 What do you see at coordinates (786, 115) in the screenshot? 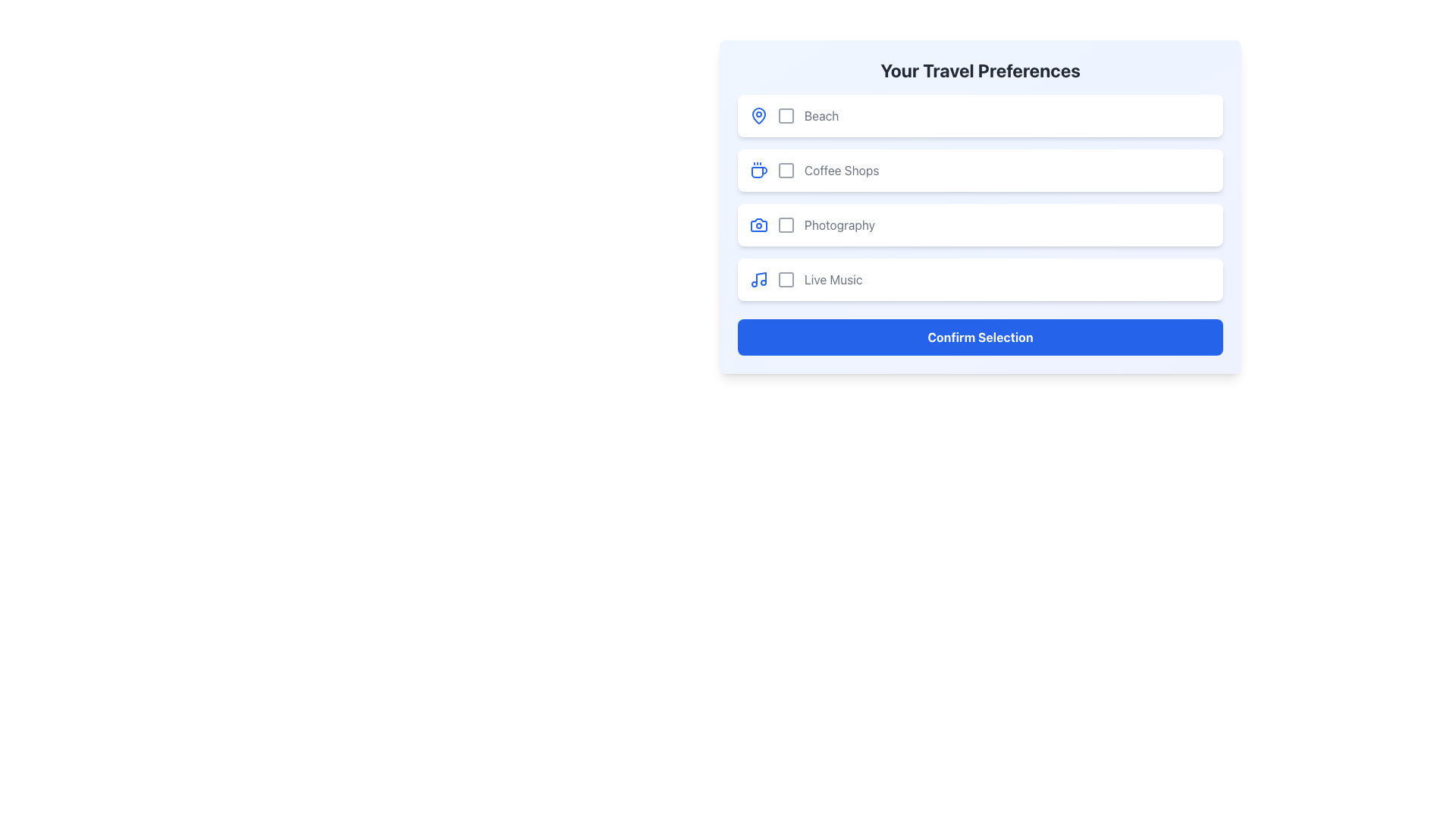
I see `the muted gray square icon with circular corners located to the left of the text label 'Beach' in the first row of travel preferences` at bounding box center [786, 115].